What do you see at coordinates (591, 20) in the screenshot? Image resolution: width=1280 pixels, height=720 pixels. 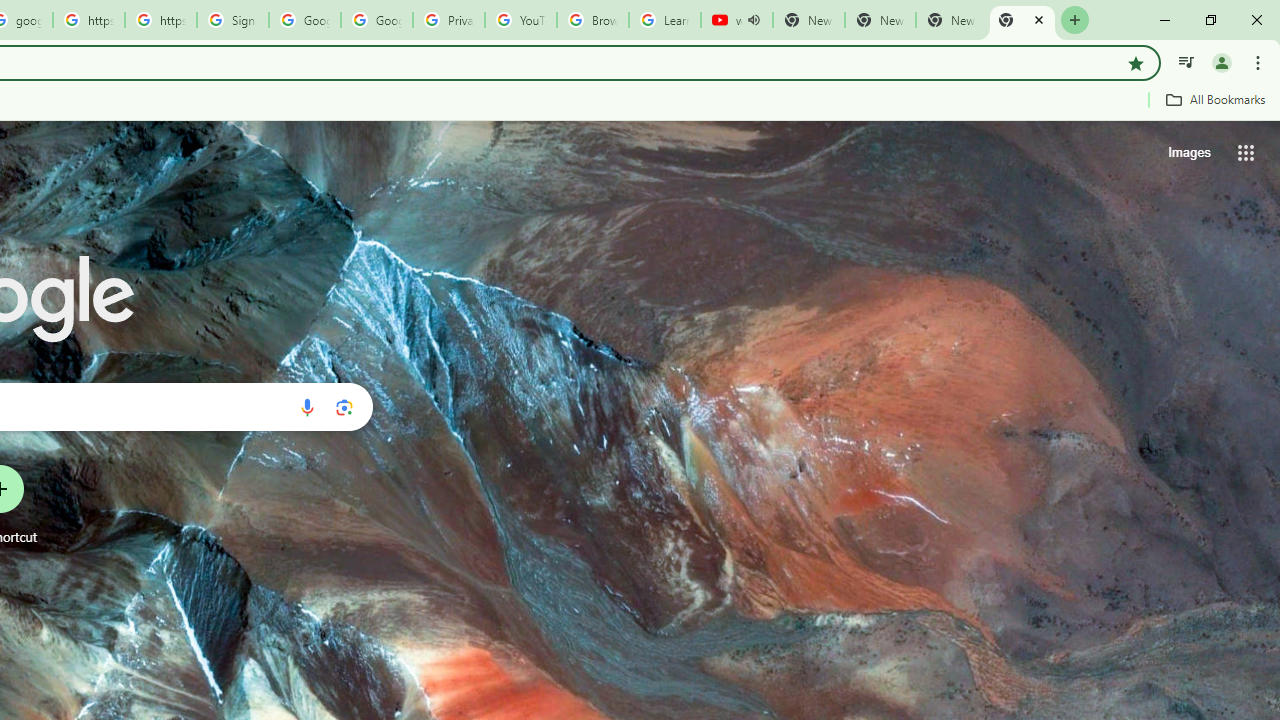 I see `'Browse Chrome as a guest - Computer - Google Chrome Help'` at bounding box center [591, 20].